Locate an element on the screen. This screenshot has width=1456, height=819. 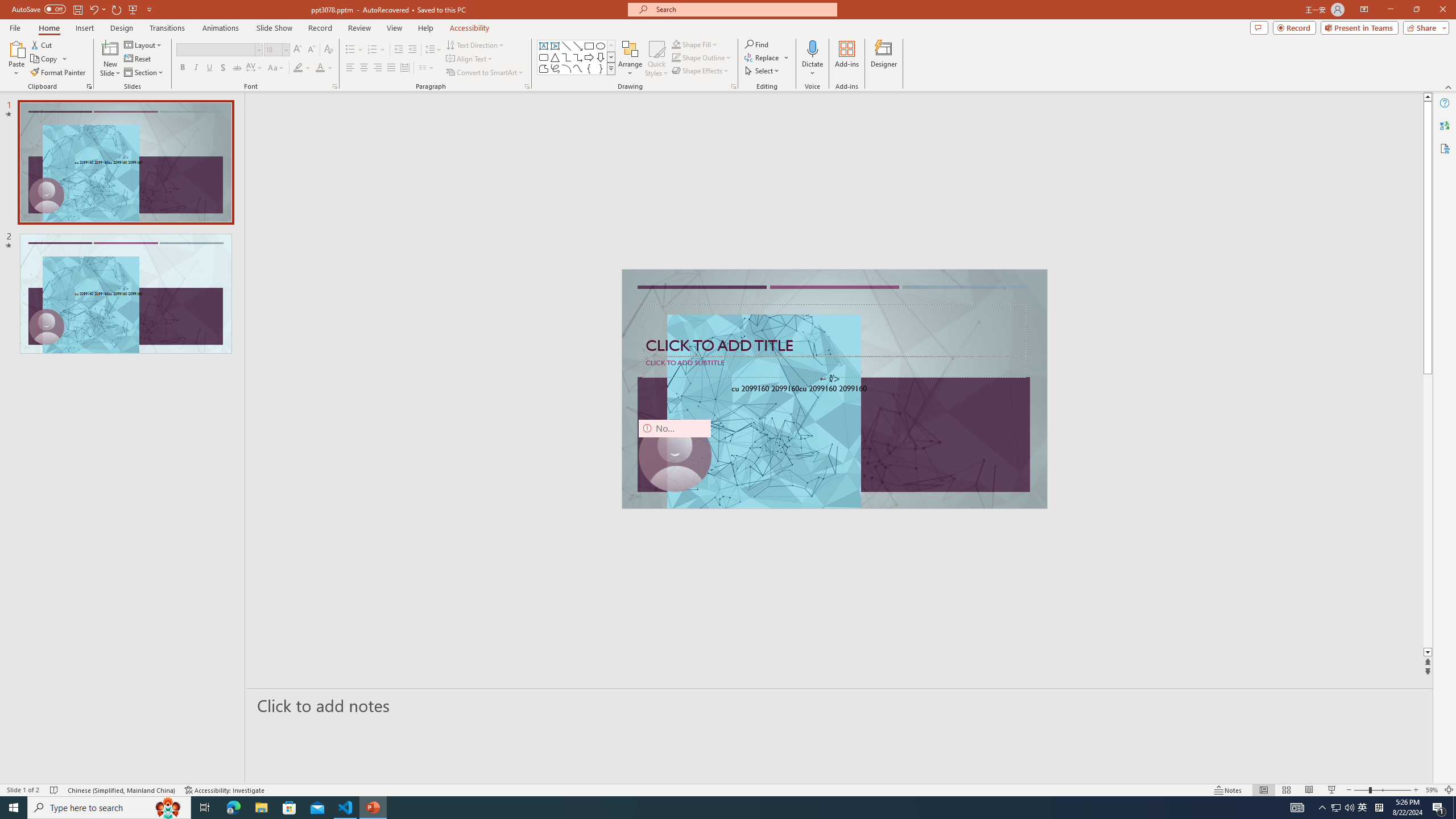
'Decrease Font Size' is located at coordinates (311, 49).